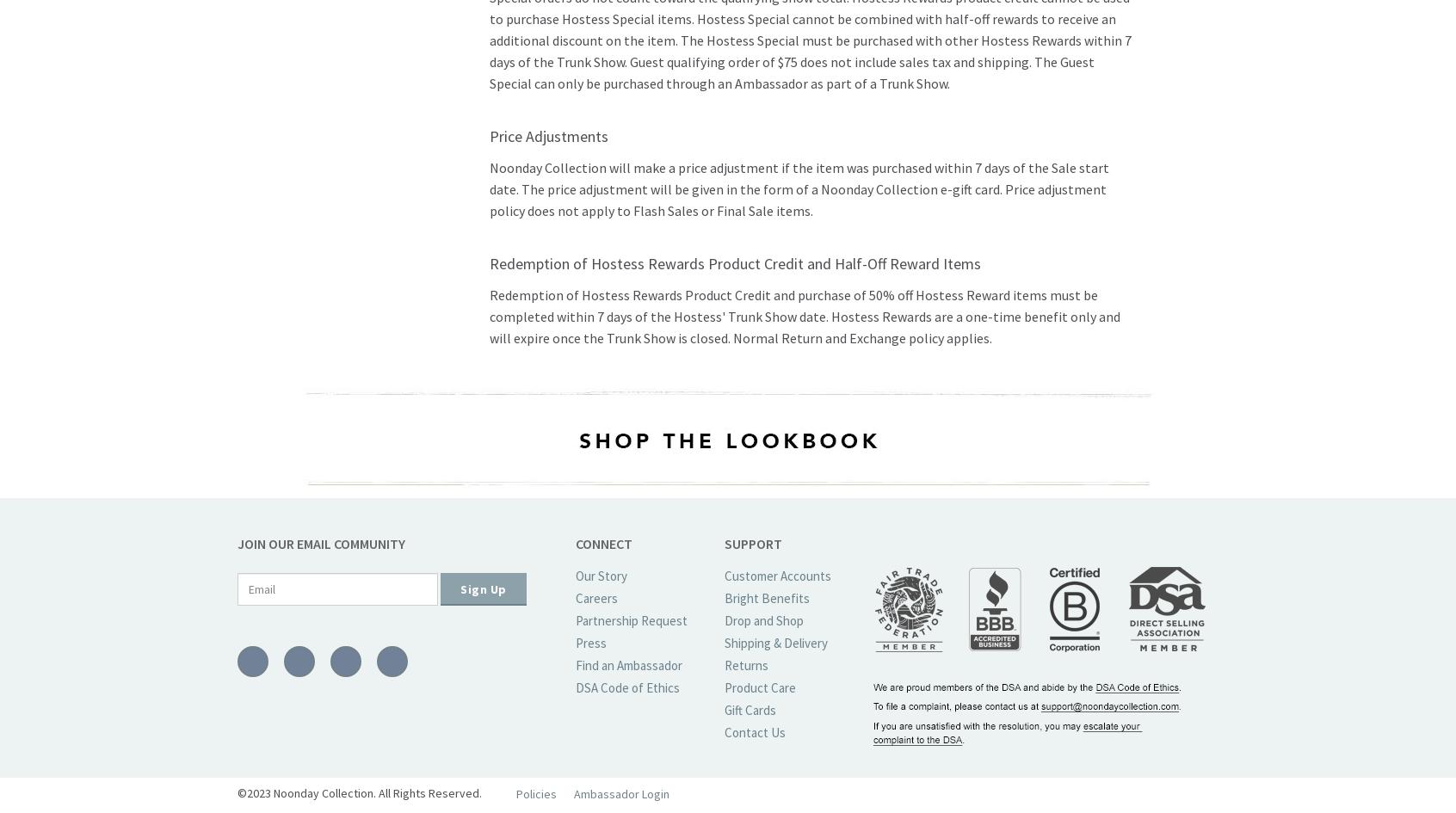 The height and width of the screenshot is (813, 1456). What do you see at coordinates (758, 687) in the screenshot?
I see `'Product Care'` at bounding box center [758, 687].